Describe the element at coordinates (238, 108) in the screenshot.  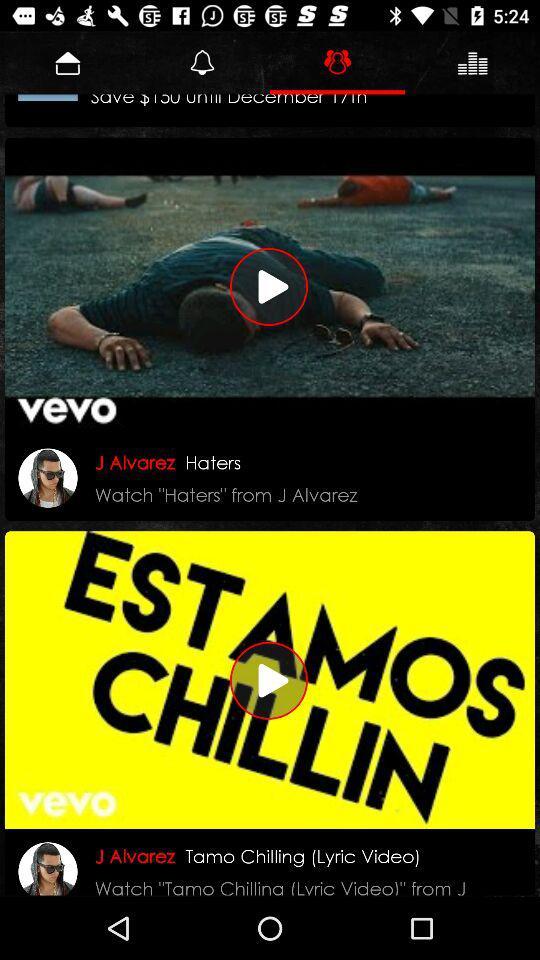
I see `the ste anne s item` at that location.